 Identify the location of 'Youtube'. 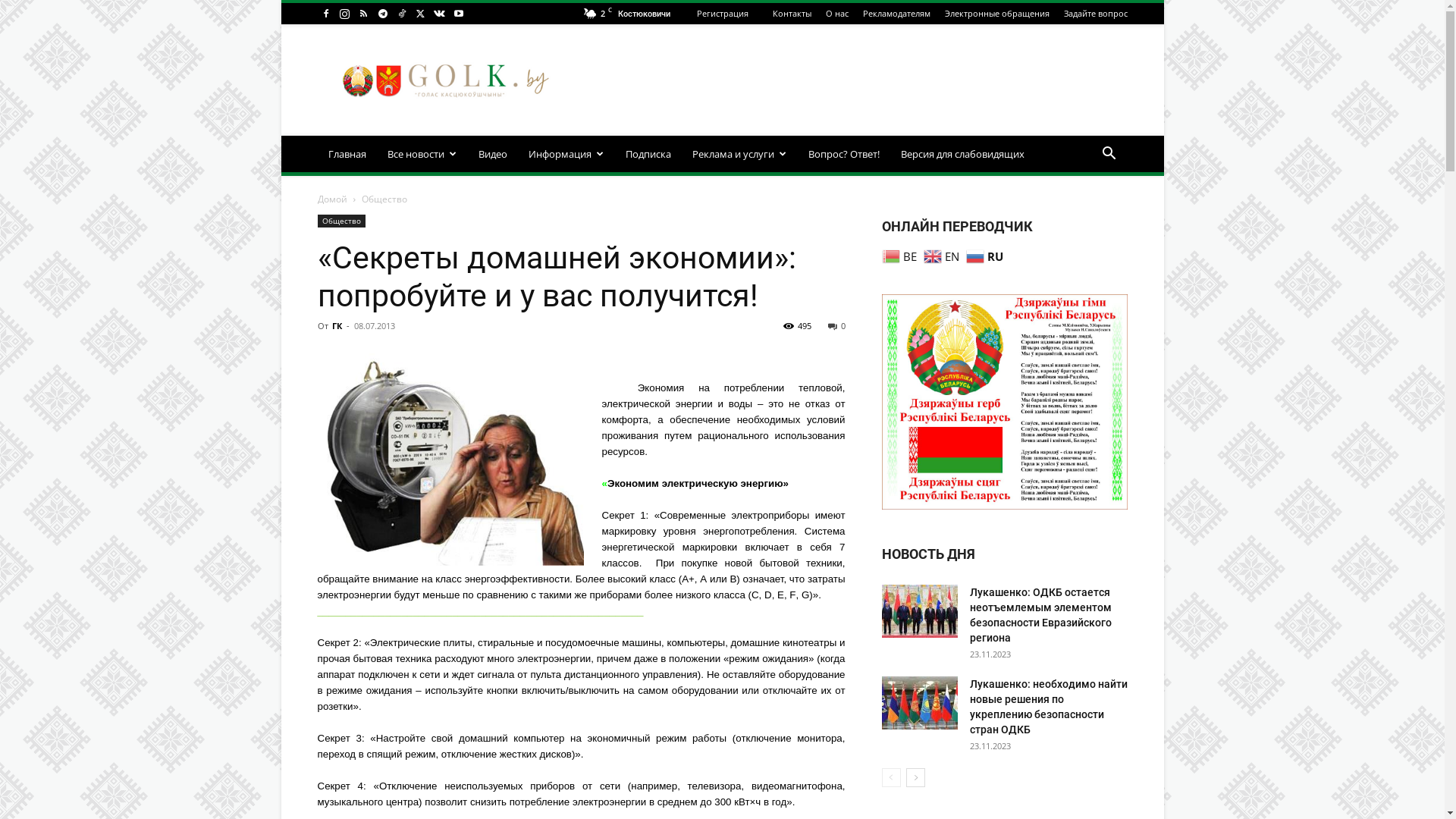
(457, 13).